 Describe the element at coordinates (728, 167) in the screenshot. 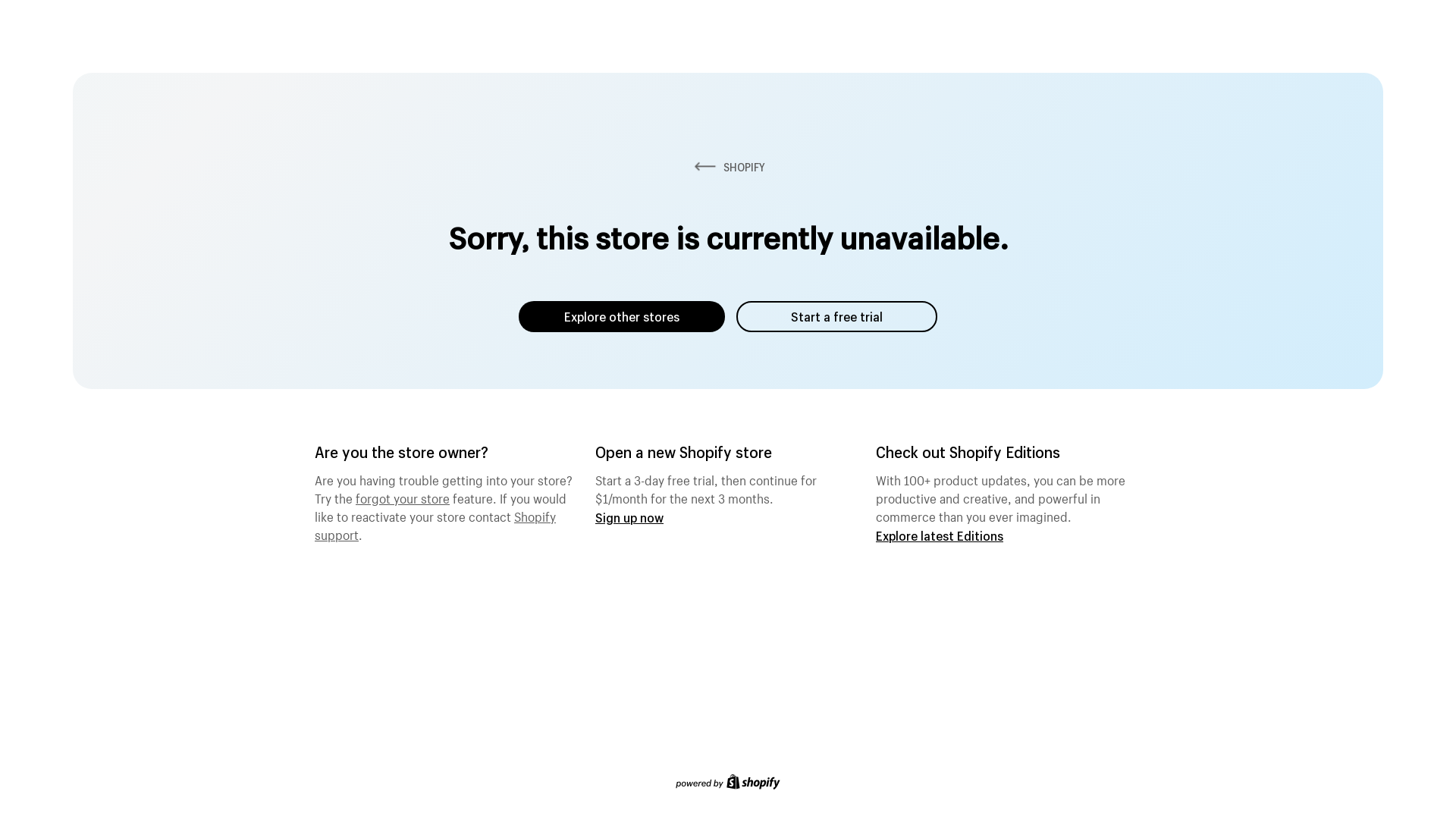

I see `'SHOPIFY'` at that location.